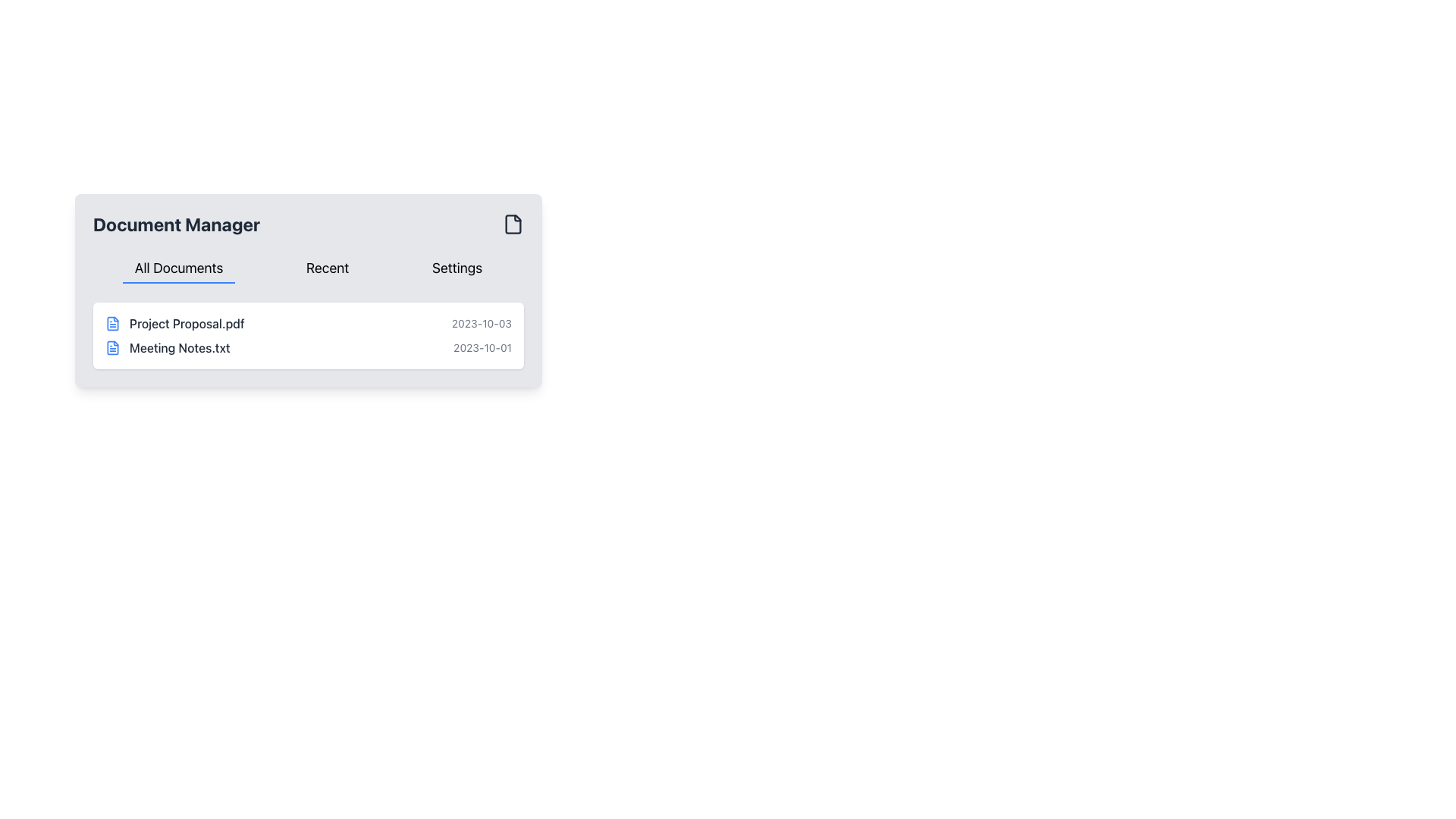 This screenshot has height=819, width=1456. What do you see at coordinates (180, 348) in the screenshot?
I see `the second document name in the 'Document Manager' panel` at bounding box center [180, 348].